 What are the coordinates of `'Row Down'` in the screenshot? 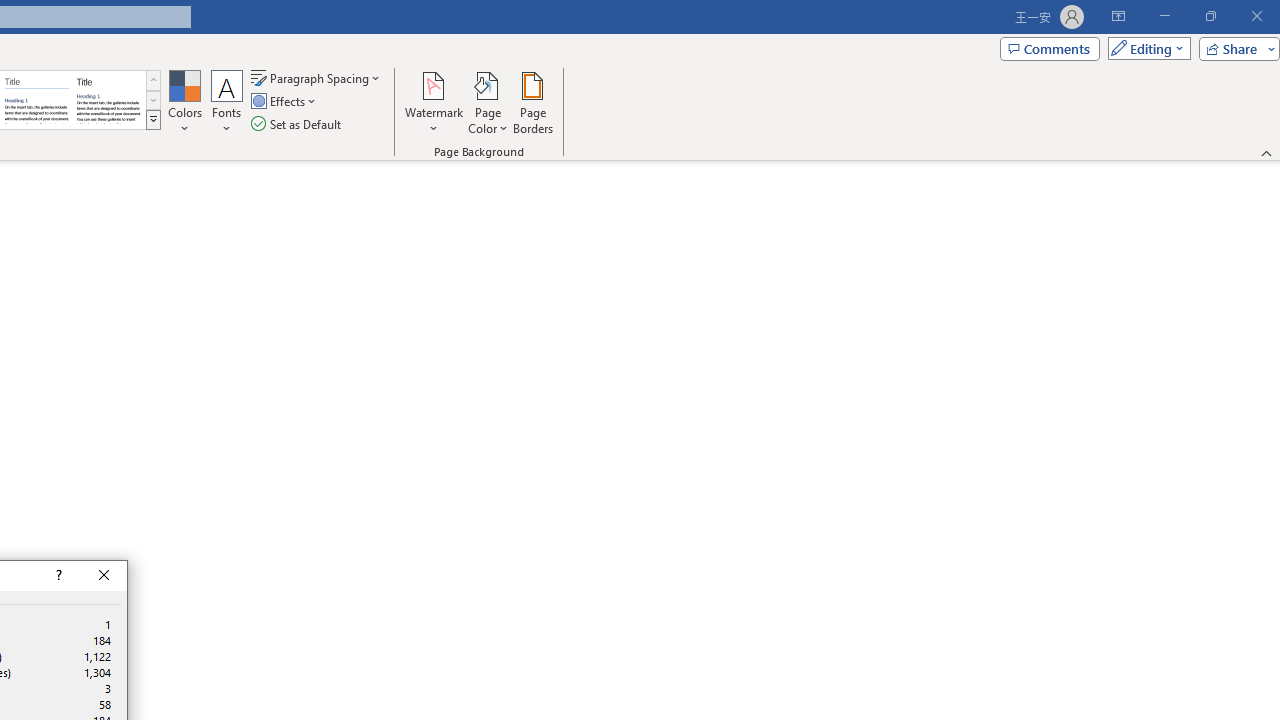 It's located at (152, 100).